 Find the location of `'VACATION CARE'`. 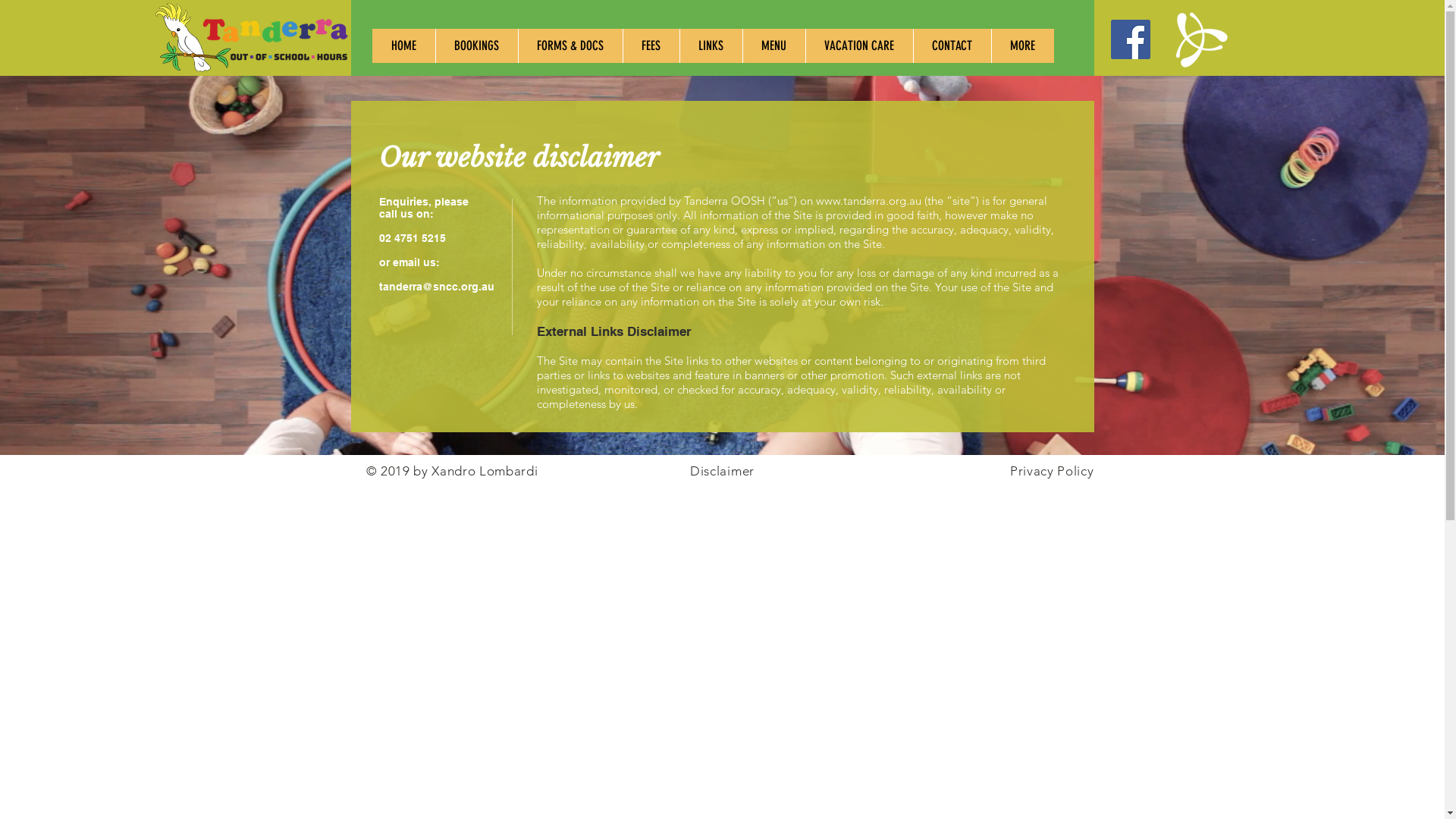

'VACATION CARE' is located at coordinates (858, 45).